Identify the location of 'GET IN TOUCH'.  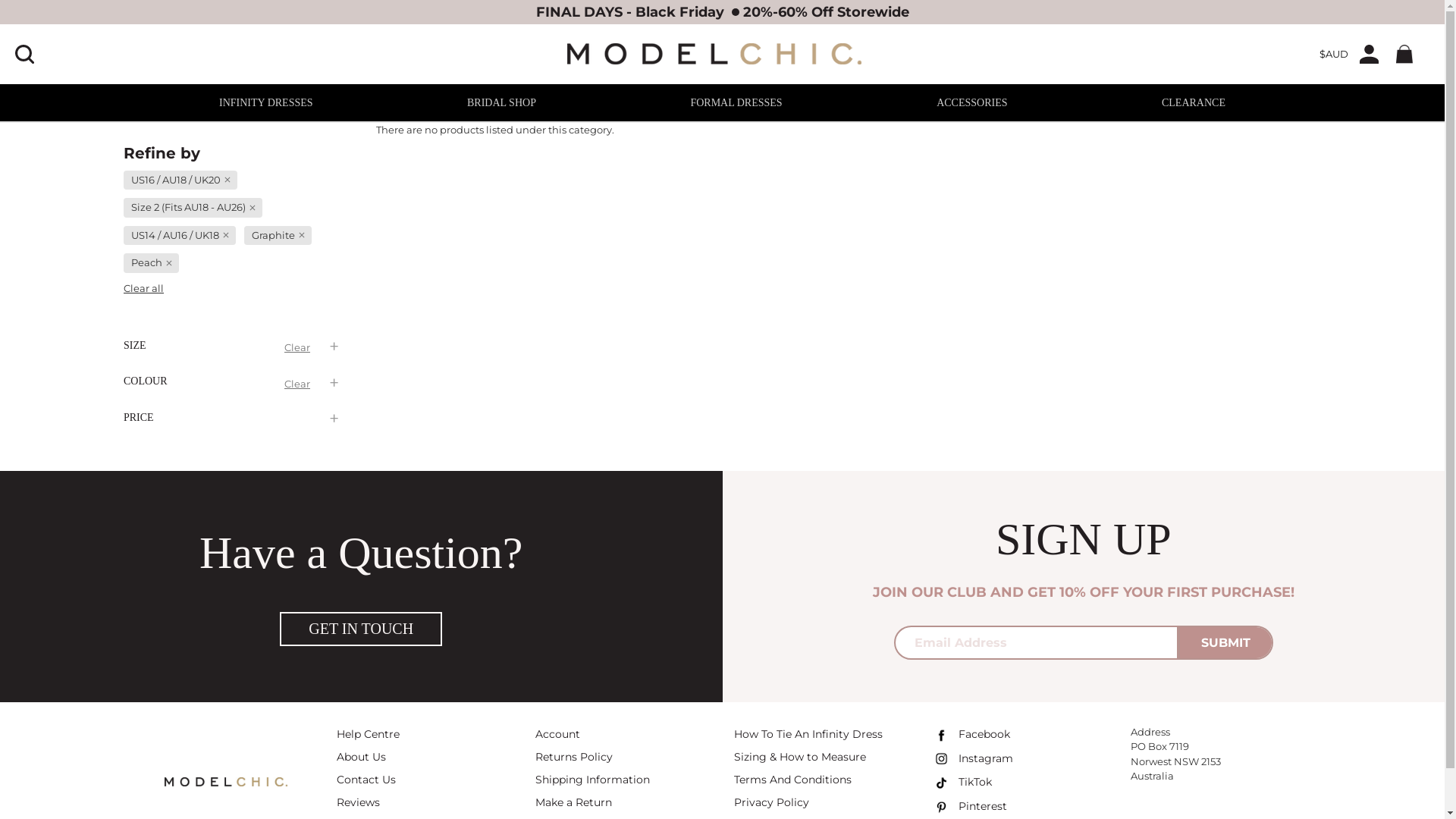
(359, 629).